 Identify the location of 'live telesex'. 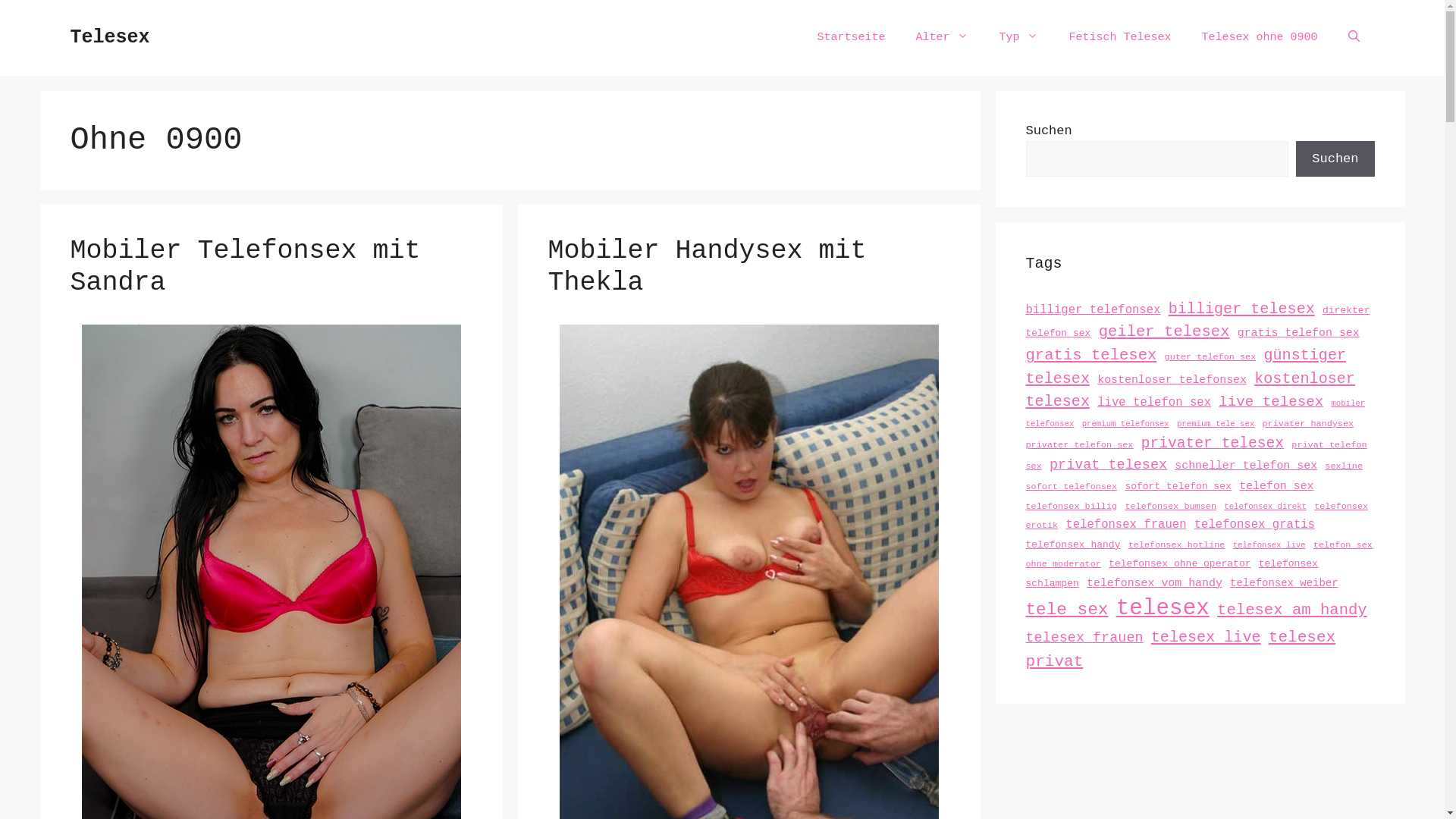
(1219, 400).